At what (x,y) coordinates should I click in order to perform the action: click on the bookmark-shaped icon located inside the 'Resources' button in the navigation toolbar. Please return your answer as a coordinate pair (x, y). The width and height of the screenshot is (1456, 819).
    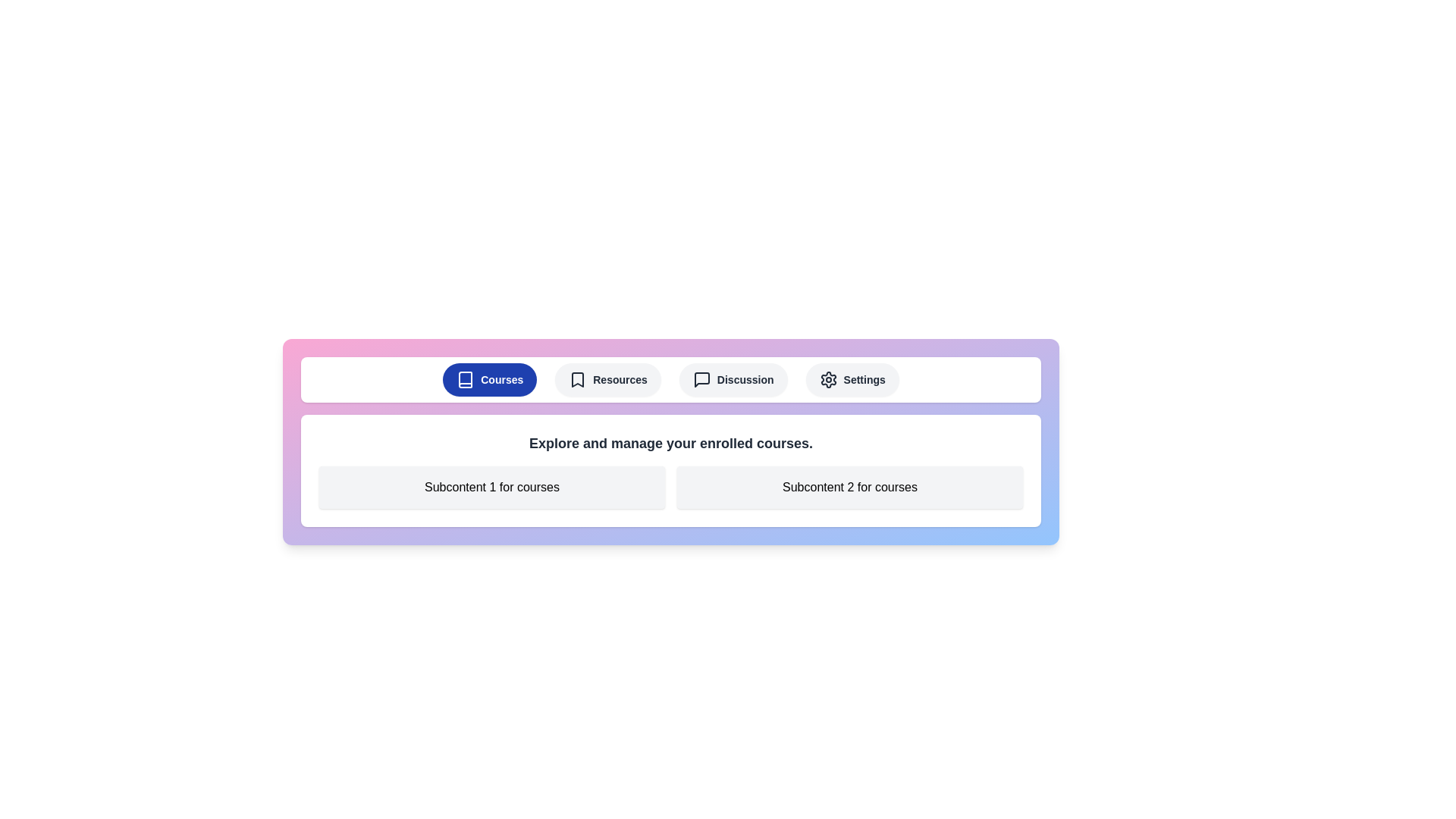
    Looking at the image, I should click on (577, 379).